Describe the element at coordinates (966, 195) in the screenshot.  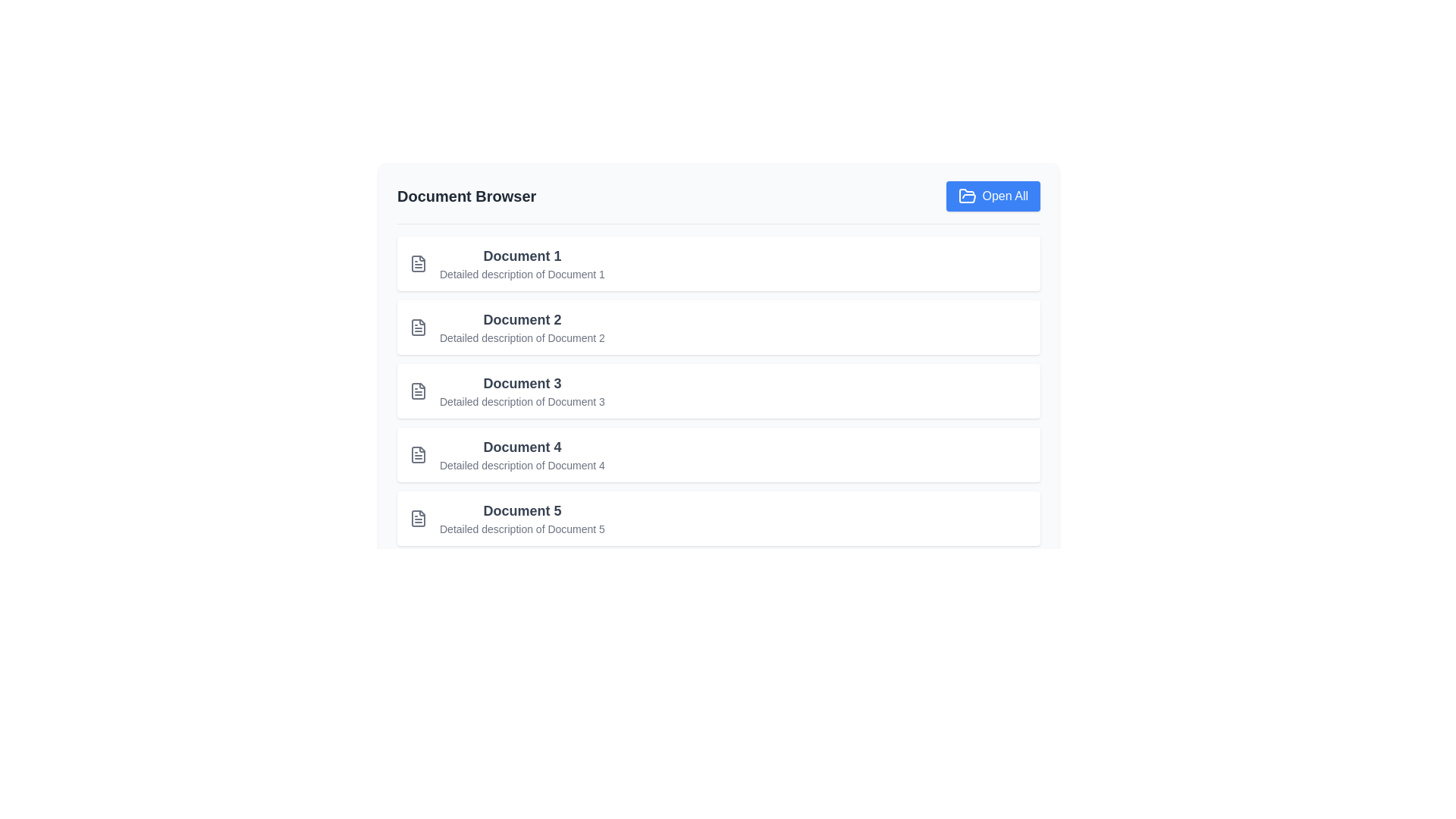
I see `the open folder icon located in the top-right corner of the interface, within the 'Open All' button, positioned to the left of the text label` at that location.